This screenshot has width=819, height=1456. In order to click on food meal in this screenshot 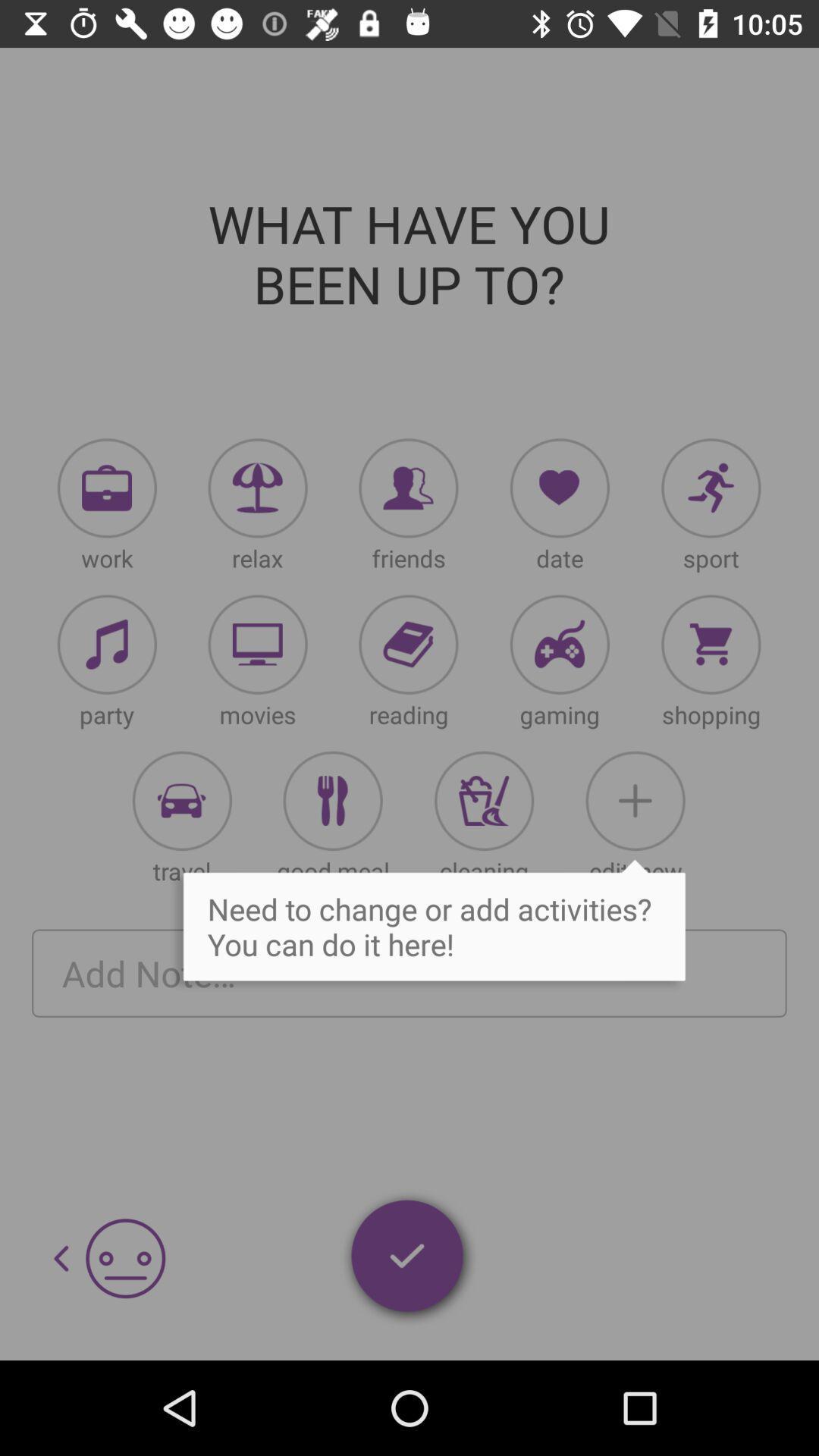, I will do `click(332, 800)`.